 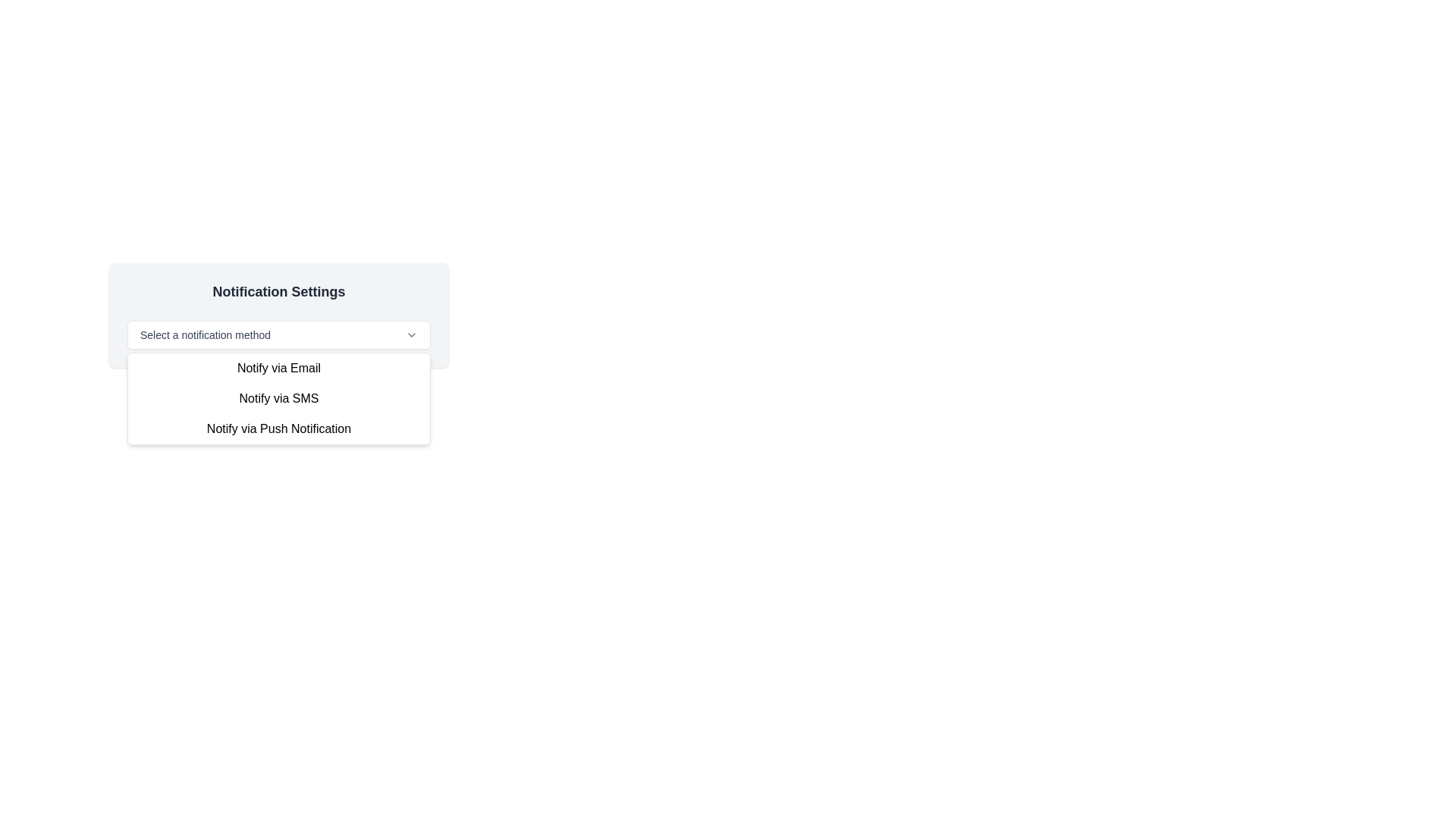 What do you see at coordinates (279, 369) in the screenshot?
I see `the selectable list item labeled 'Notify via Email'` at bounding box center [279, 369].